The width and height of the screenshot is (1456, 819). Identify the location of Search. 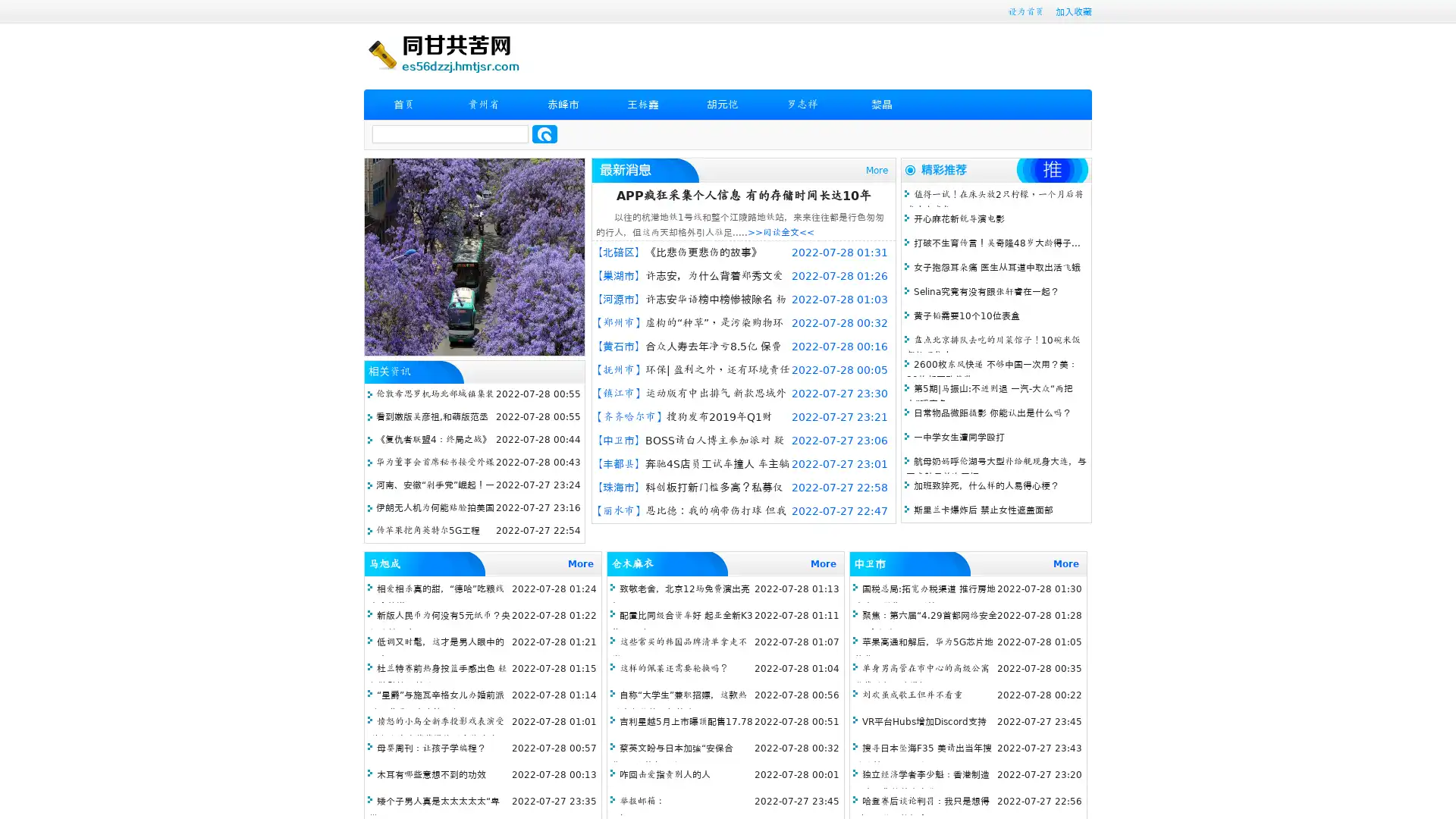
(544, 133).